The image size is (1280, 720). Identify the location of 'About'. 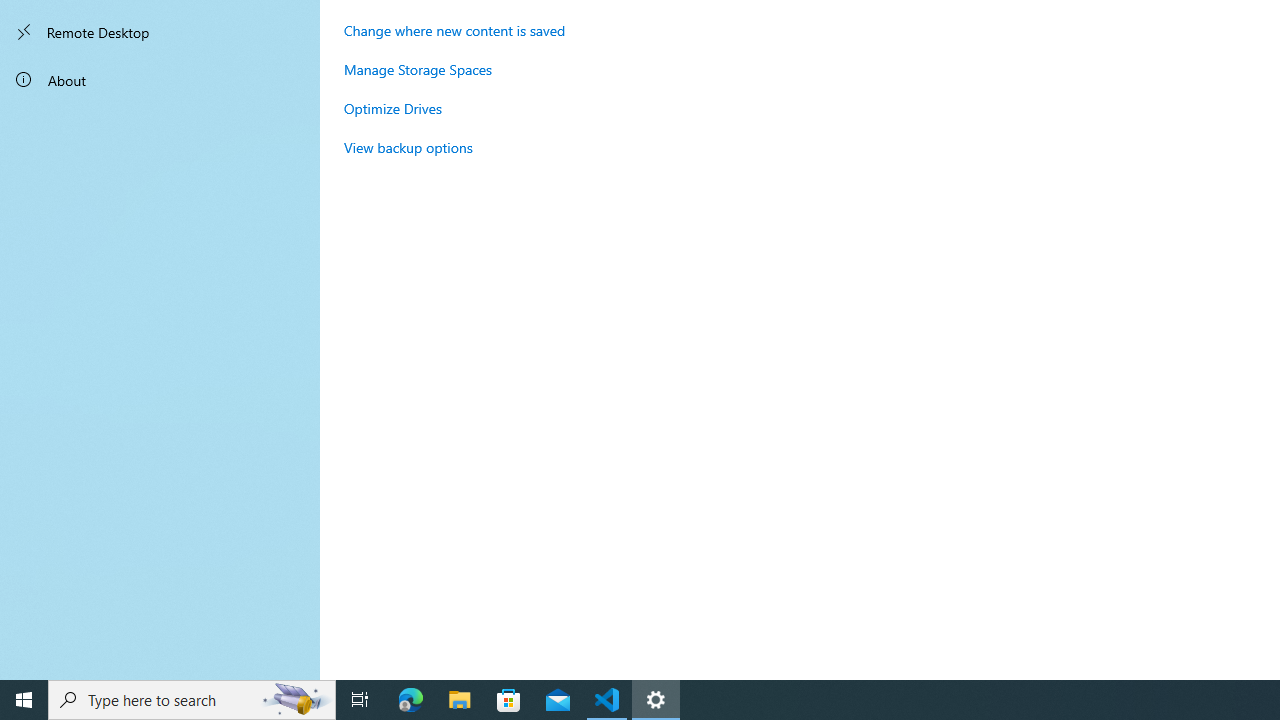
(160, 78).